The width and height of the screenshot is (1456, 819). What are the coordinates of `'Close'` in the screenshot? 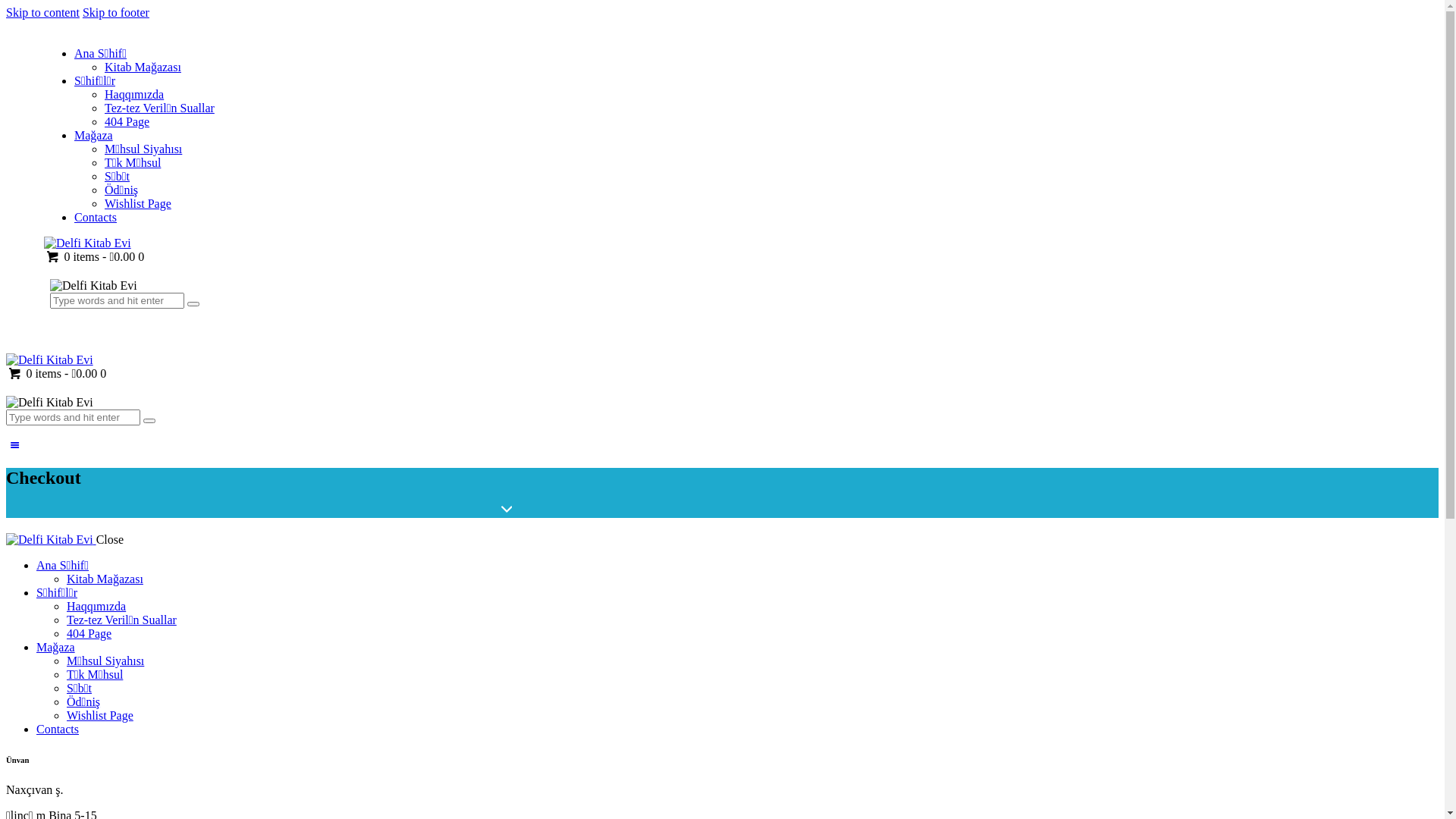 It's located at (95, 538).